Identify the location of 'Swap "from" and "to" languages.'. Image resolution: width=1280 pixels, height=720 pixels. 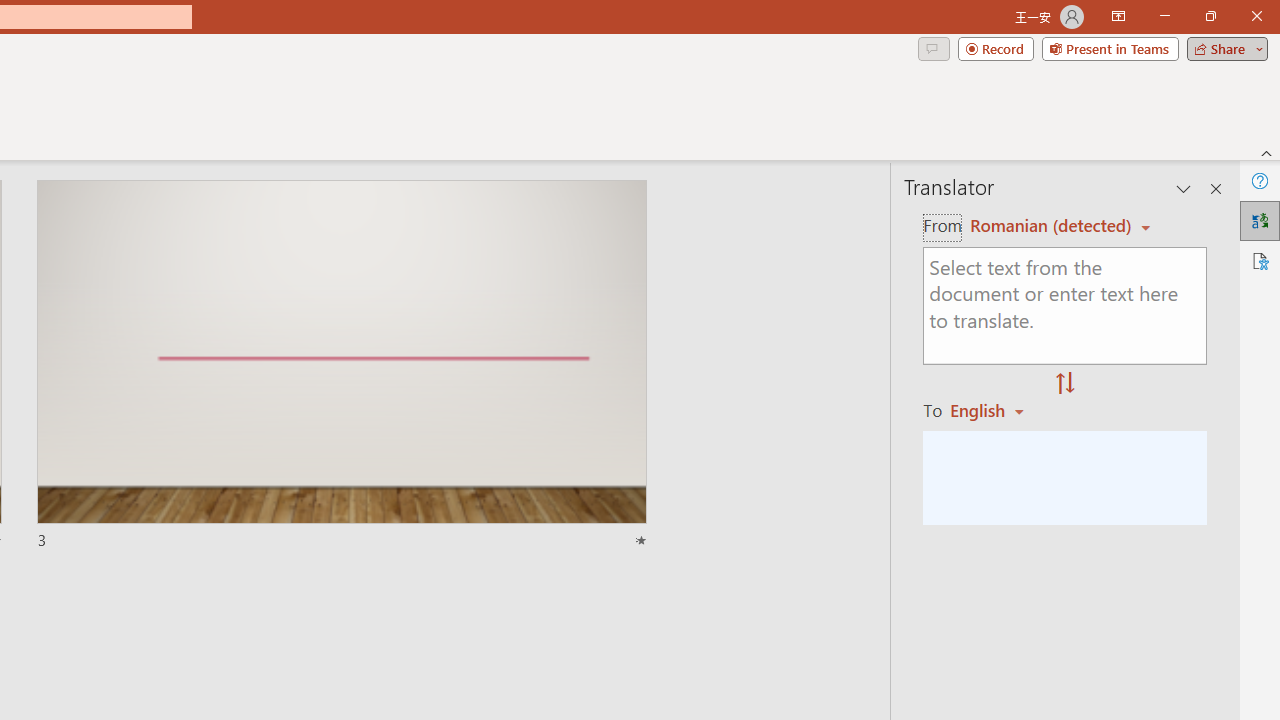
(1064, 384).